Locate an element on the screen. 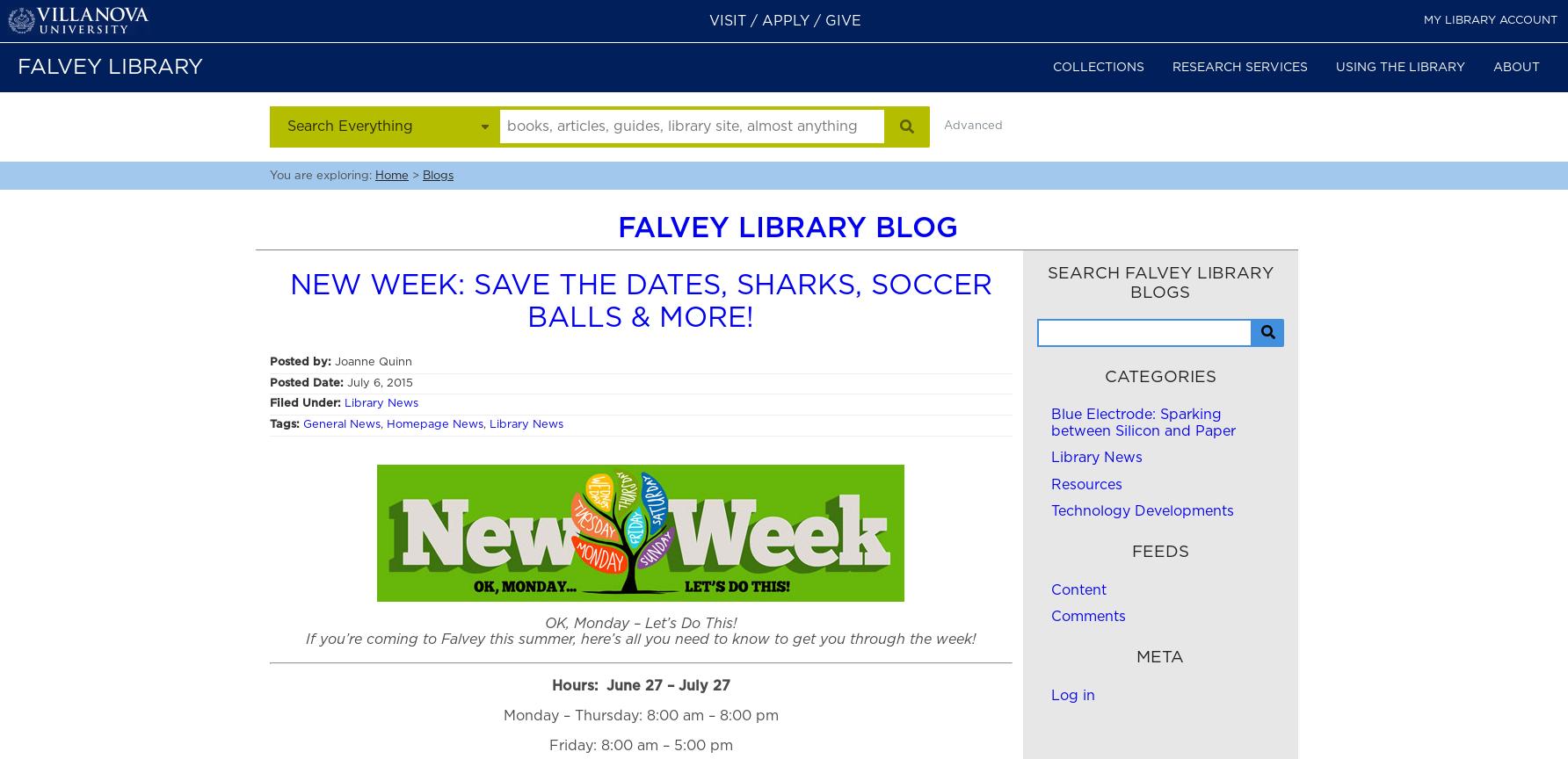  'If you’re coming to Falvey this summer, here’s all you need to know to get you through the week!' is located at coordinates (640, 640).